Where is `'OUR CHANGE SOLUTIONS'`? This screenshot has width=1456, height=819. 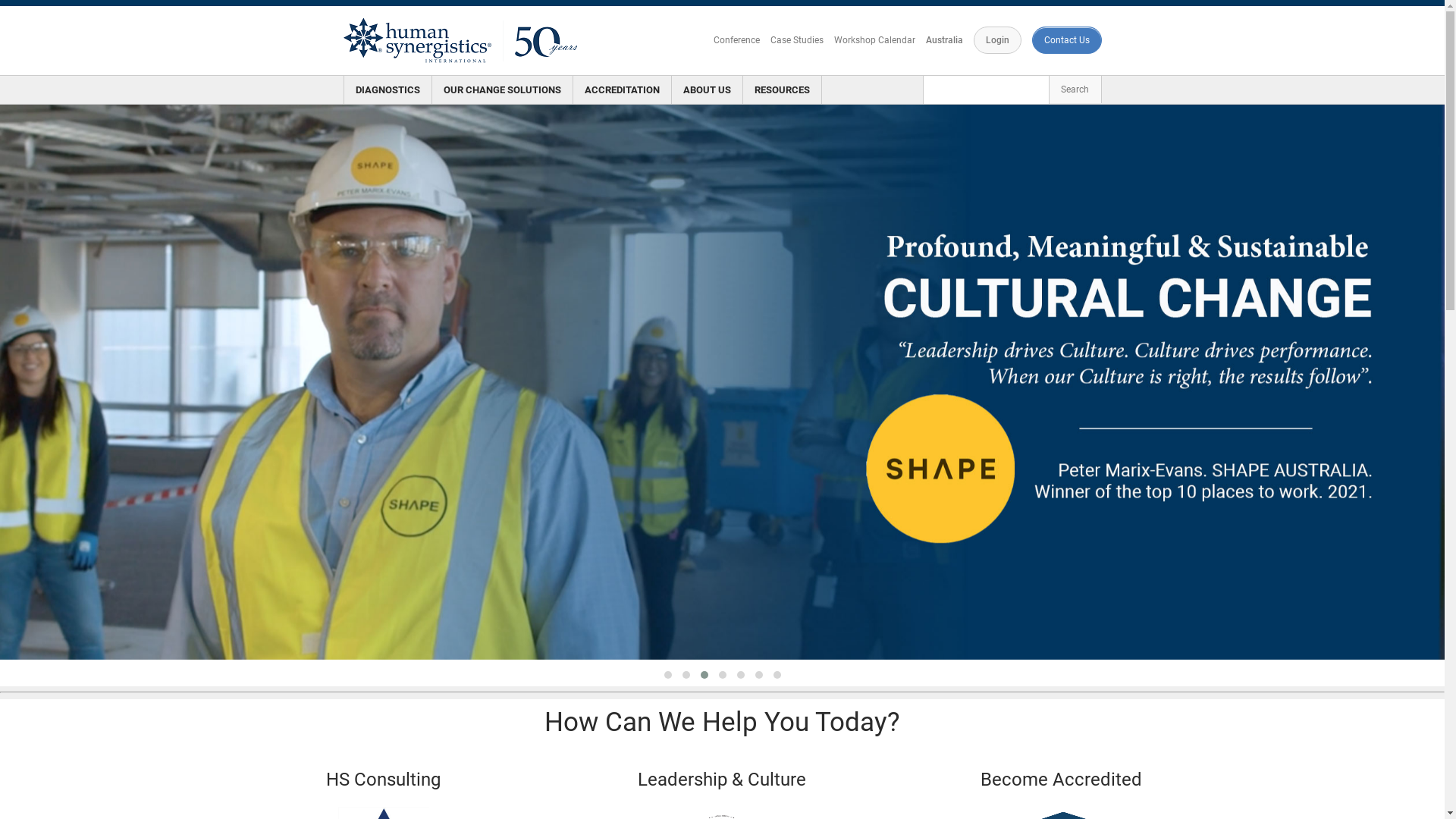 'OUR CHANGE SOLUTIONS' is located at coordinates (431, 89).